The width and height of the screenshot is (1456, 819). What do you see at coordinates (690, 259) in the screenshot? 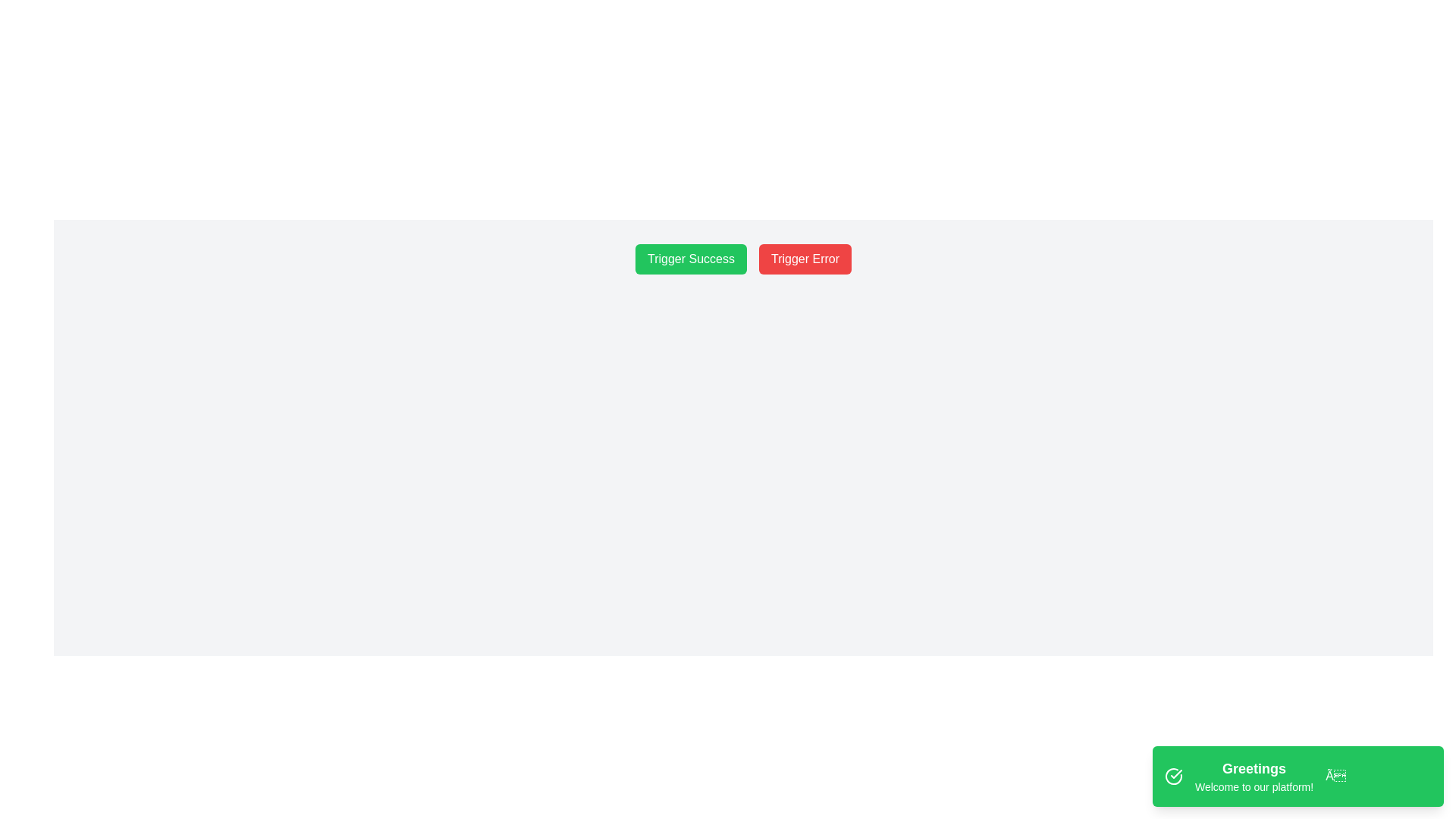
I see `the 'Trigger Success' button with a green background and white text for keyboard interactions` at bounding box center [690, 259].